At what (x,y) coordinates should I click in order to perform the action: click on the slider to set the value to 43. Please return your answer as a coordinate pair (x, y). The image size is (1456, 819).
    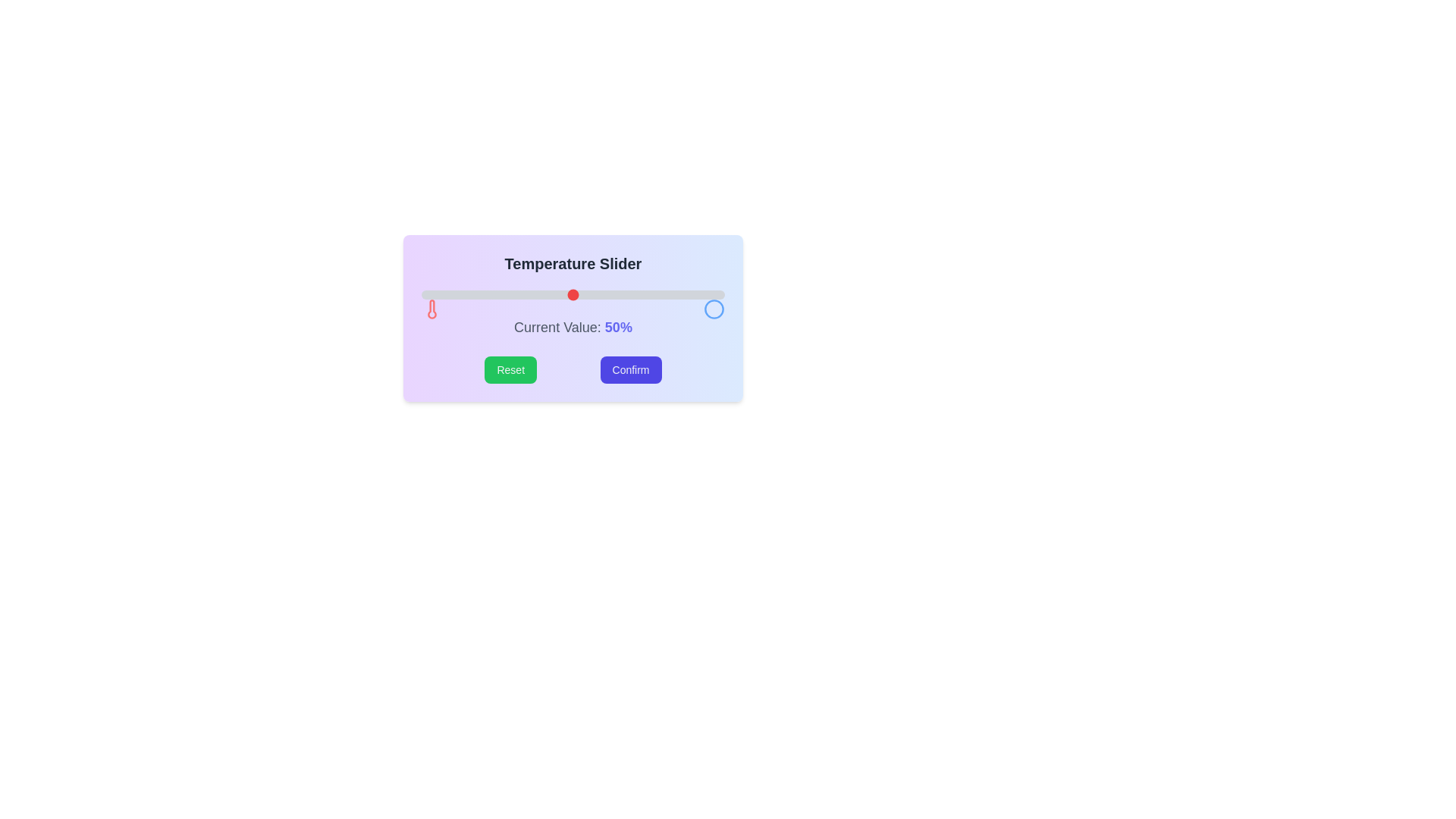
    Looking at the image, I should click on (551, 295).